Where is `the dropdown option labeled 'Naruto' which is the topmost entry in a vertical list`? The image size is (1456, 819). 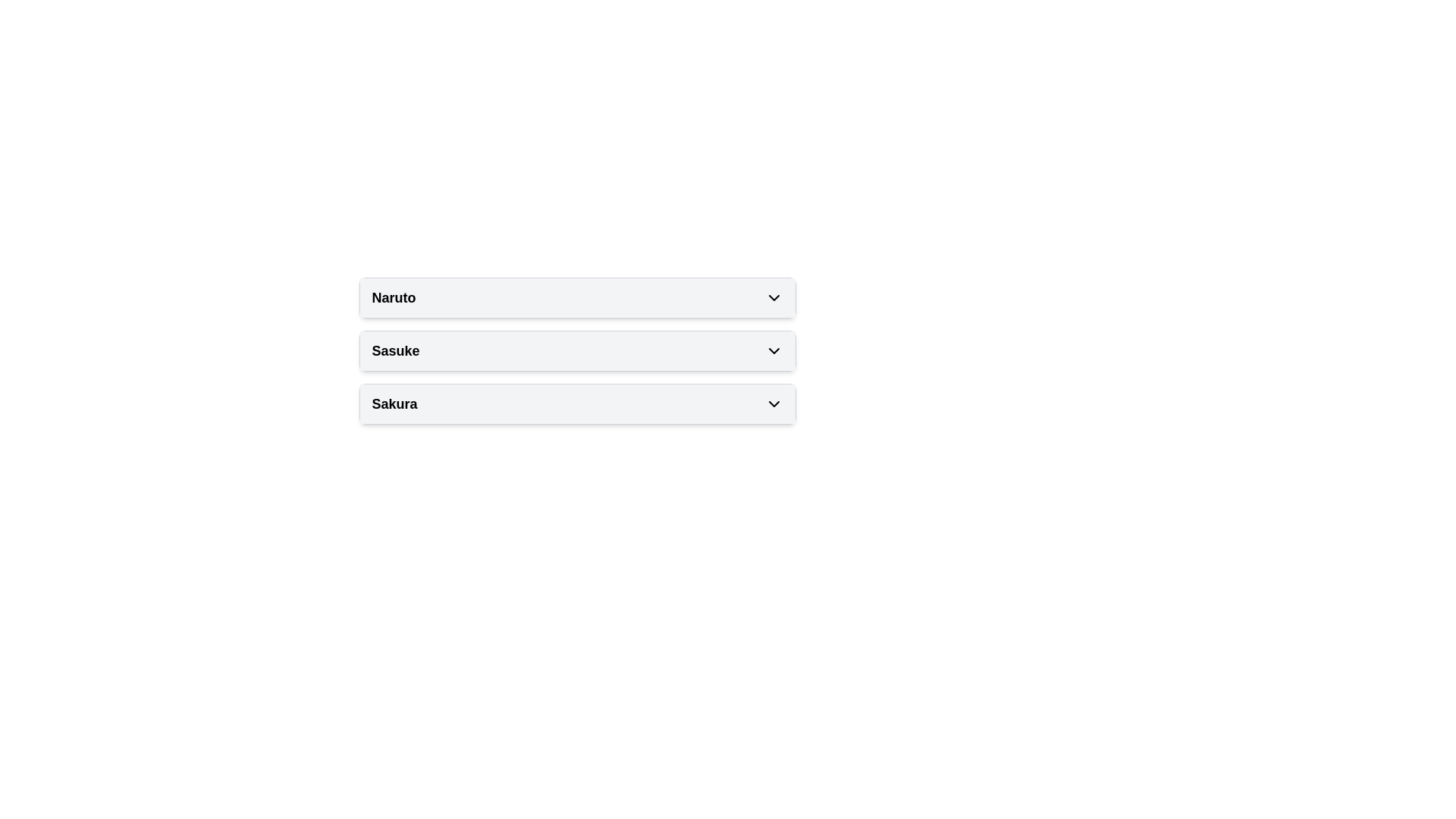
the dropdown option labeled 'Naruto' which is the topmost entry in a vertical list is located at coordinates (576, 298).